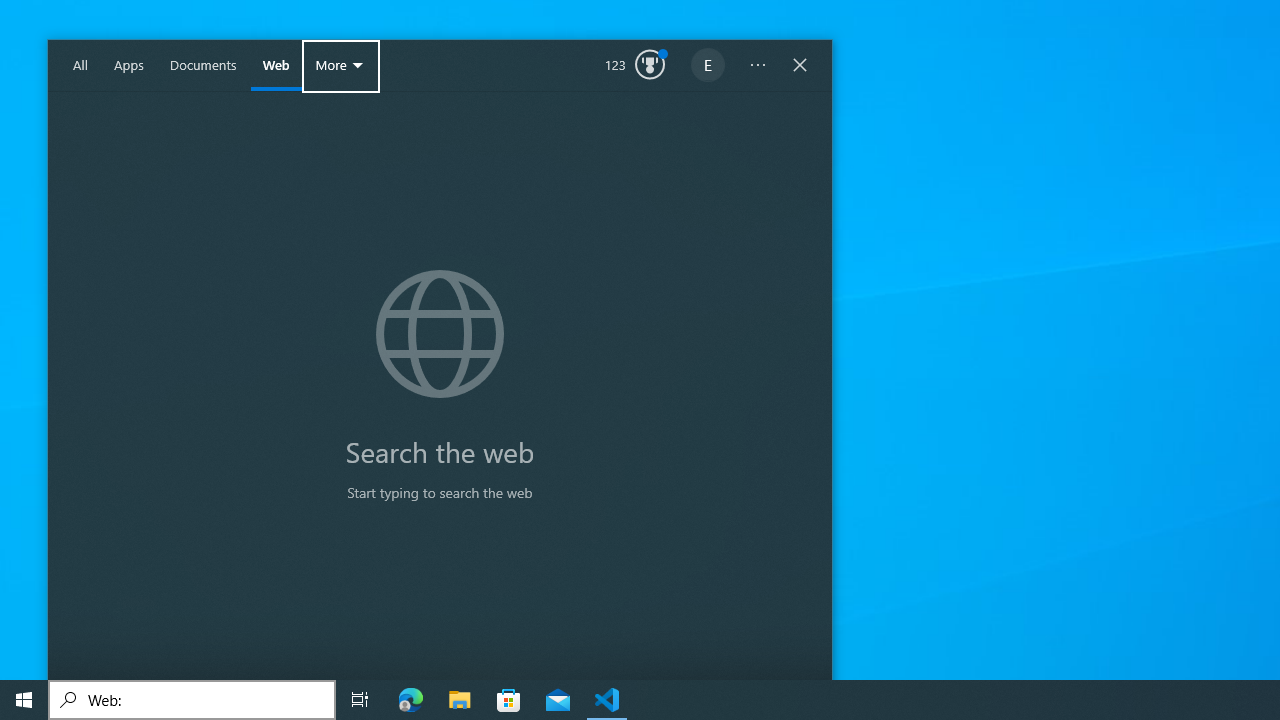 This screenshot has height=720, width=1280. What do you see at coordinates (80, 65) in the screenshot?
I see `'All'` at bounding box center [80, 65].